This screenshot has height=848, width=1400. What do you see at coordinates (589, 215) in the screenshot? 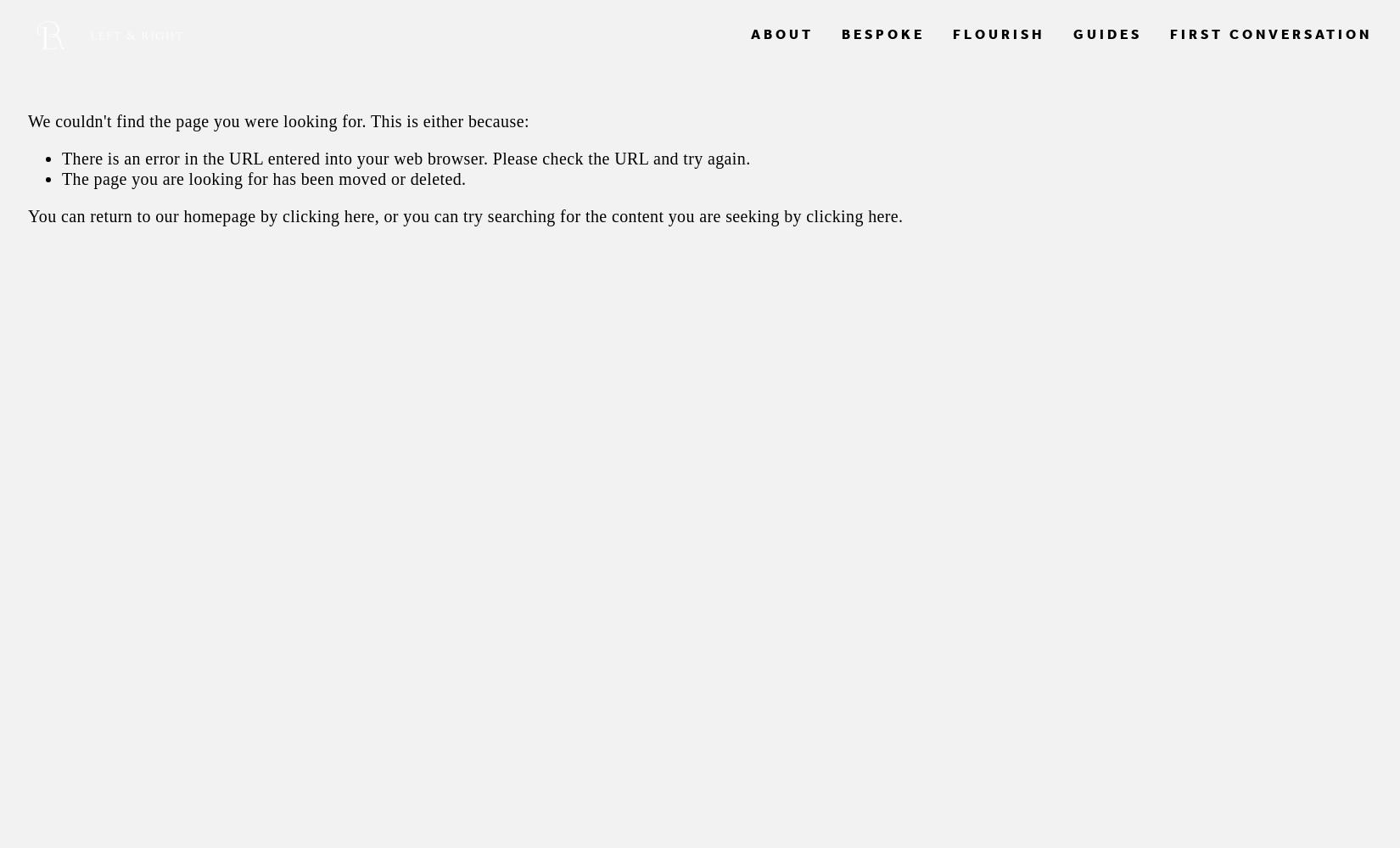
I see `', or you can try searching for the
  content you are seeking by'` at bounding box center [589, 215].